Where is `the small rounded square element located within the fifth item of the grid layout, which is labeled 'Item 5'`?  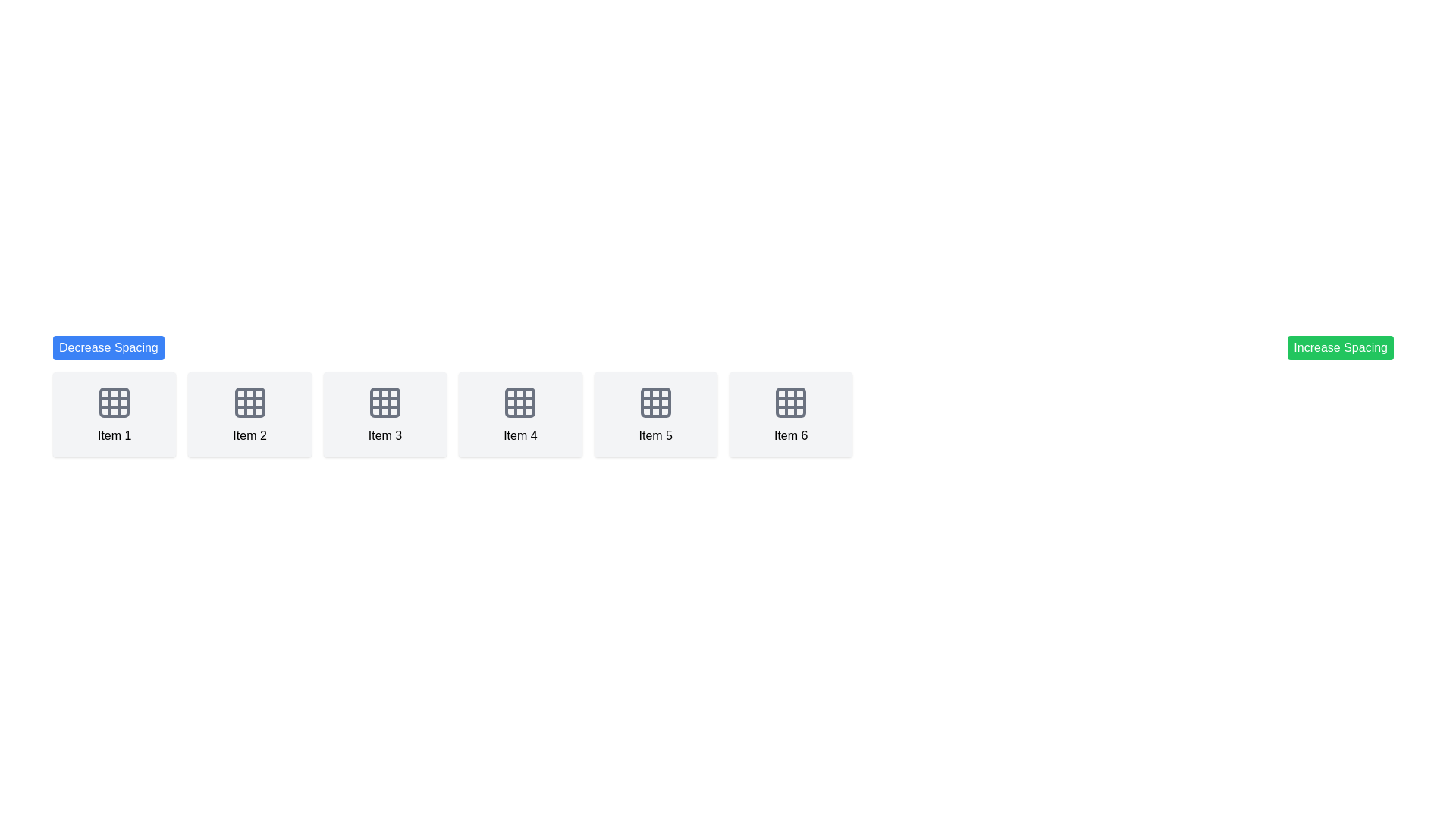 the small rounded square element located within the fifth item of the grid layout, which is labeled 'Item 5' is located at coordinates (655, 402).